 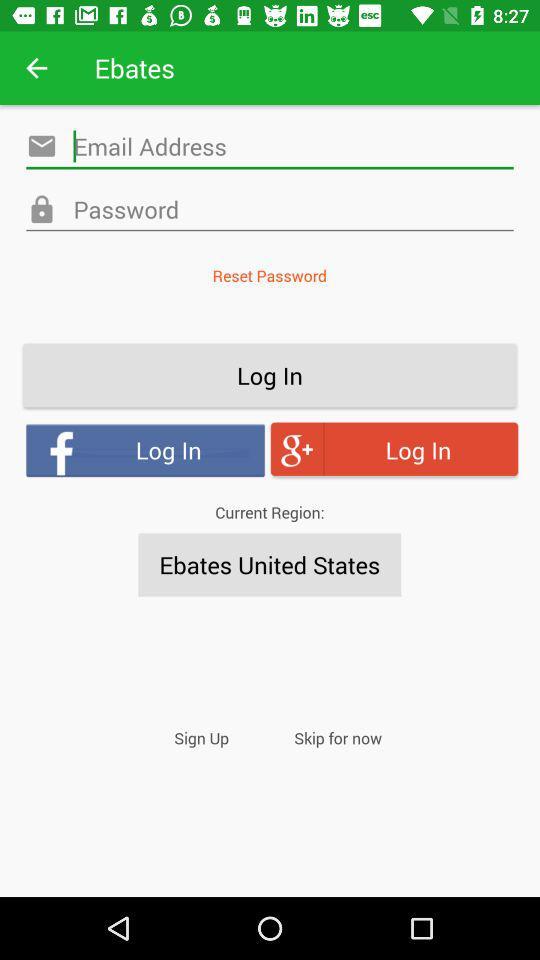 I want to click on put password in, so click(x=270, y=210).